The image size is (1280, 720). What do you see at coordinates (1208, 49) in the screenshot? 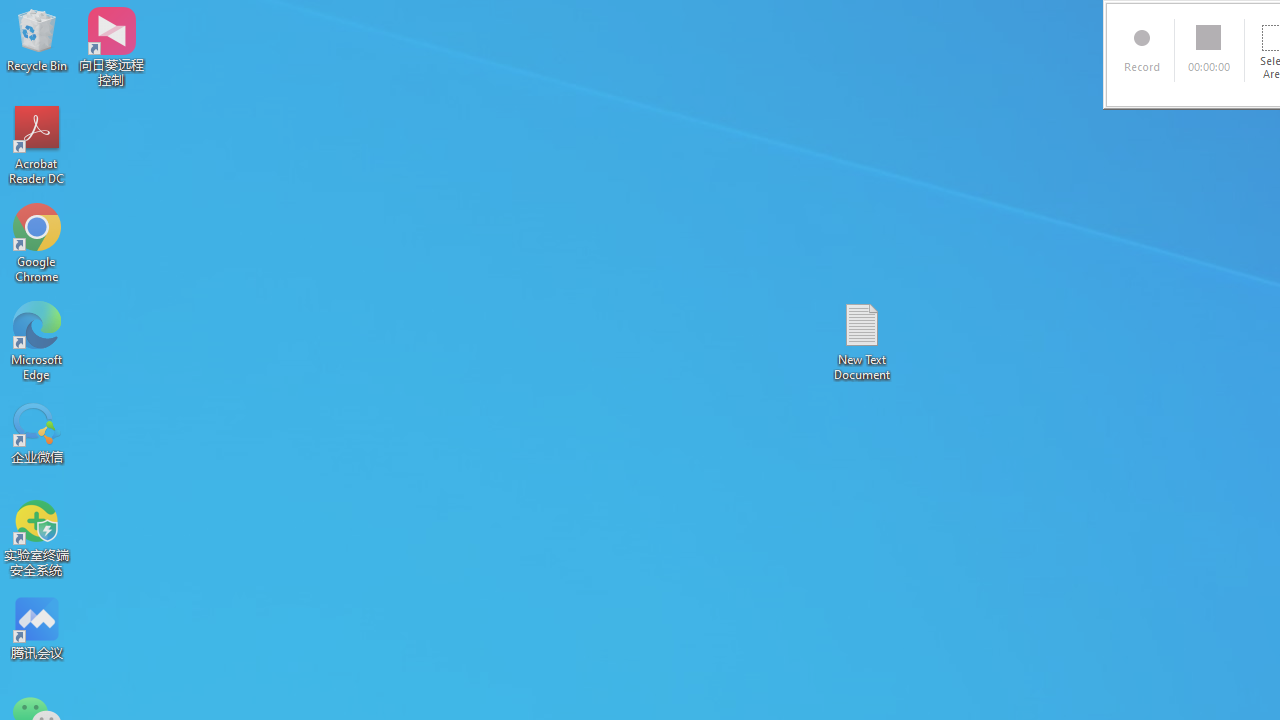
I see `'00:00:00'` at bounding box center [1208, 49].